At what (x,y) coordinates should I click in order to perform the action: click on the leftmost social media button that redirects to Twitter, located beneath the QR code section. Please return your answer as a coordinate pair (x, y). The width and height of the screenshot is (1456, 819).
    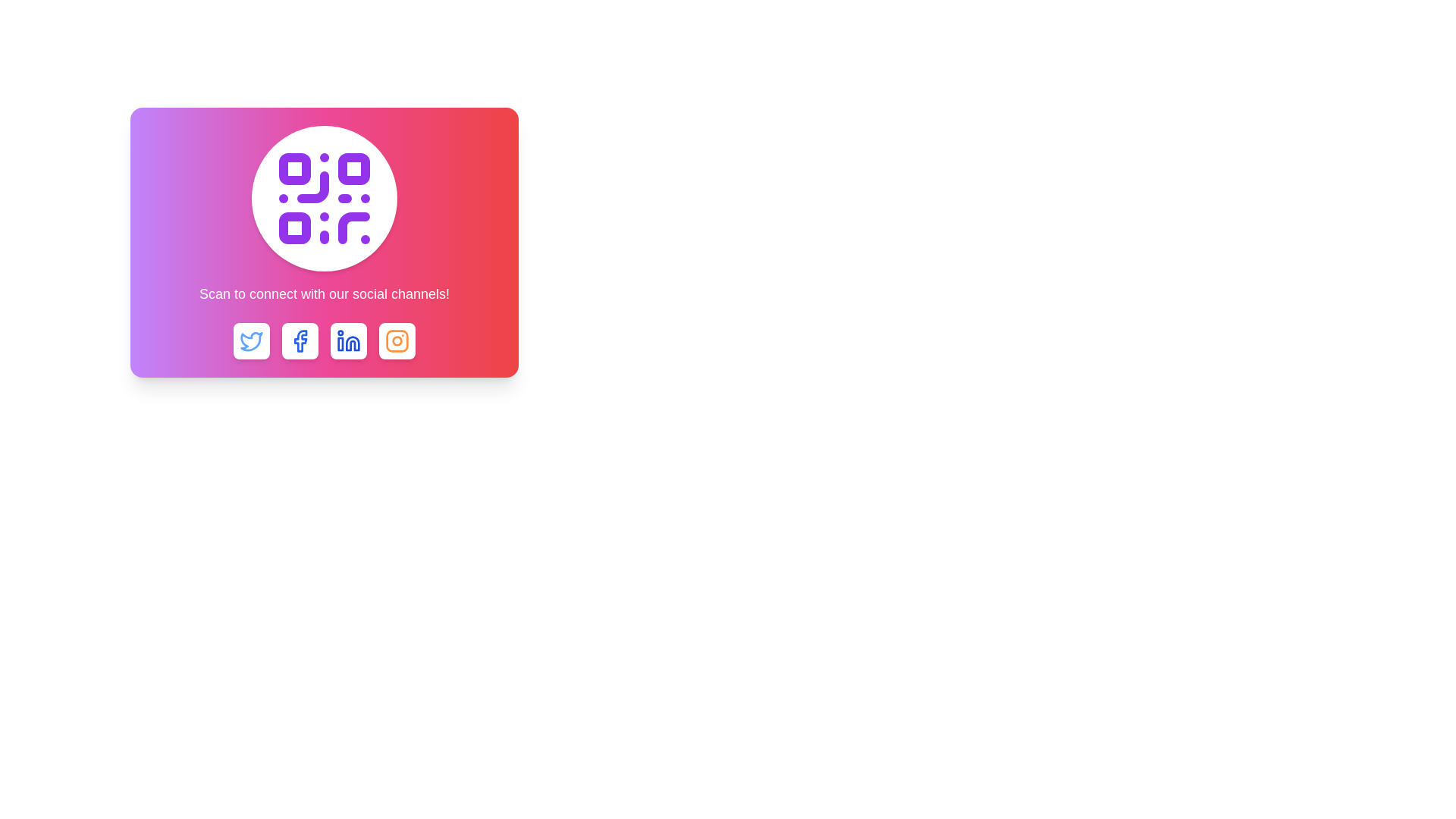
    Looking at the image, I should click on (251, 341).